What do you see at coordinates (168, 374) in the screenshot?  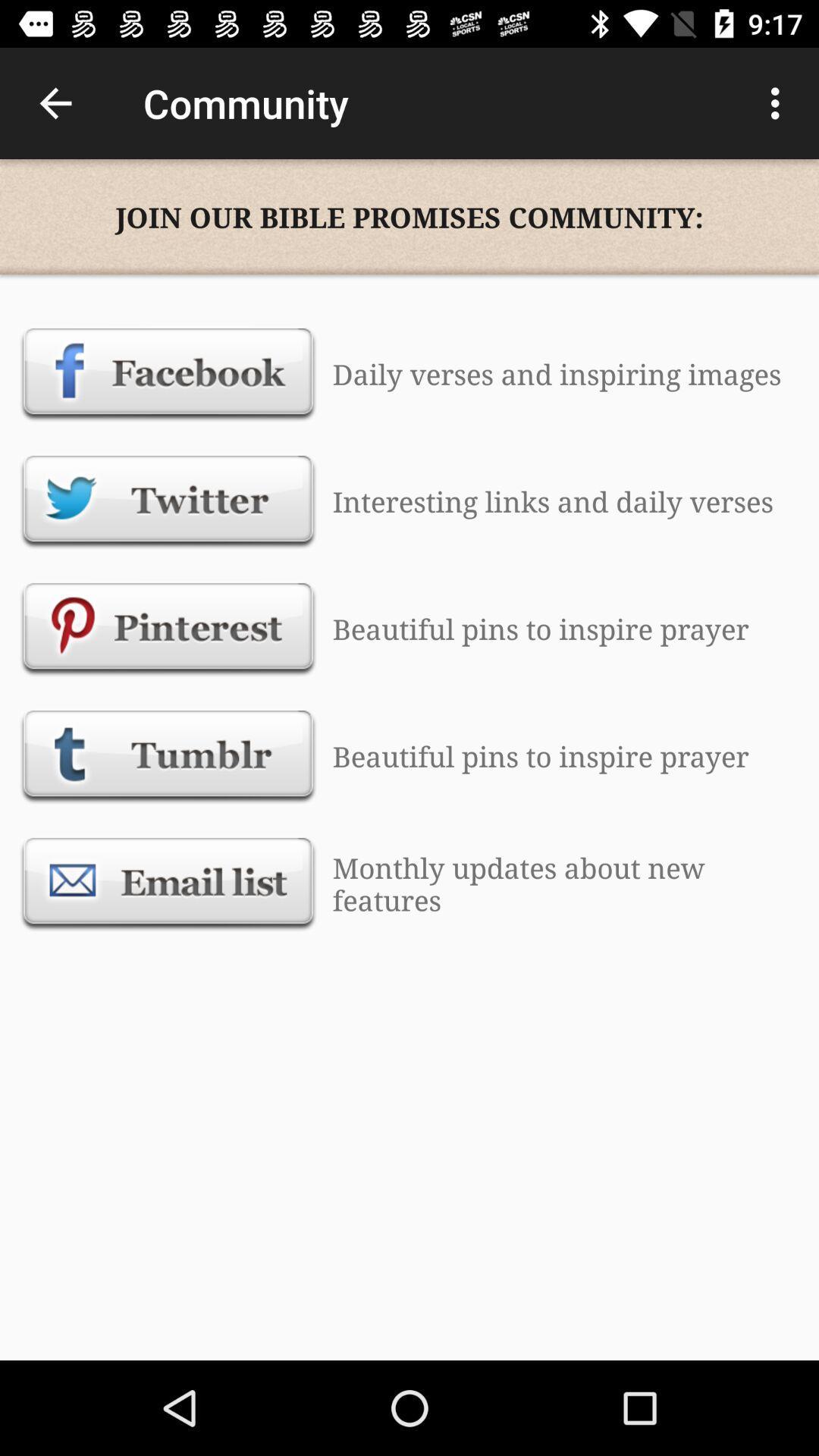 I see `item to the left of daily verses and item` at bounding box center [168, 374].